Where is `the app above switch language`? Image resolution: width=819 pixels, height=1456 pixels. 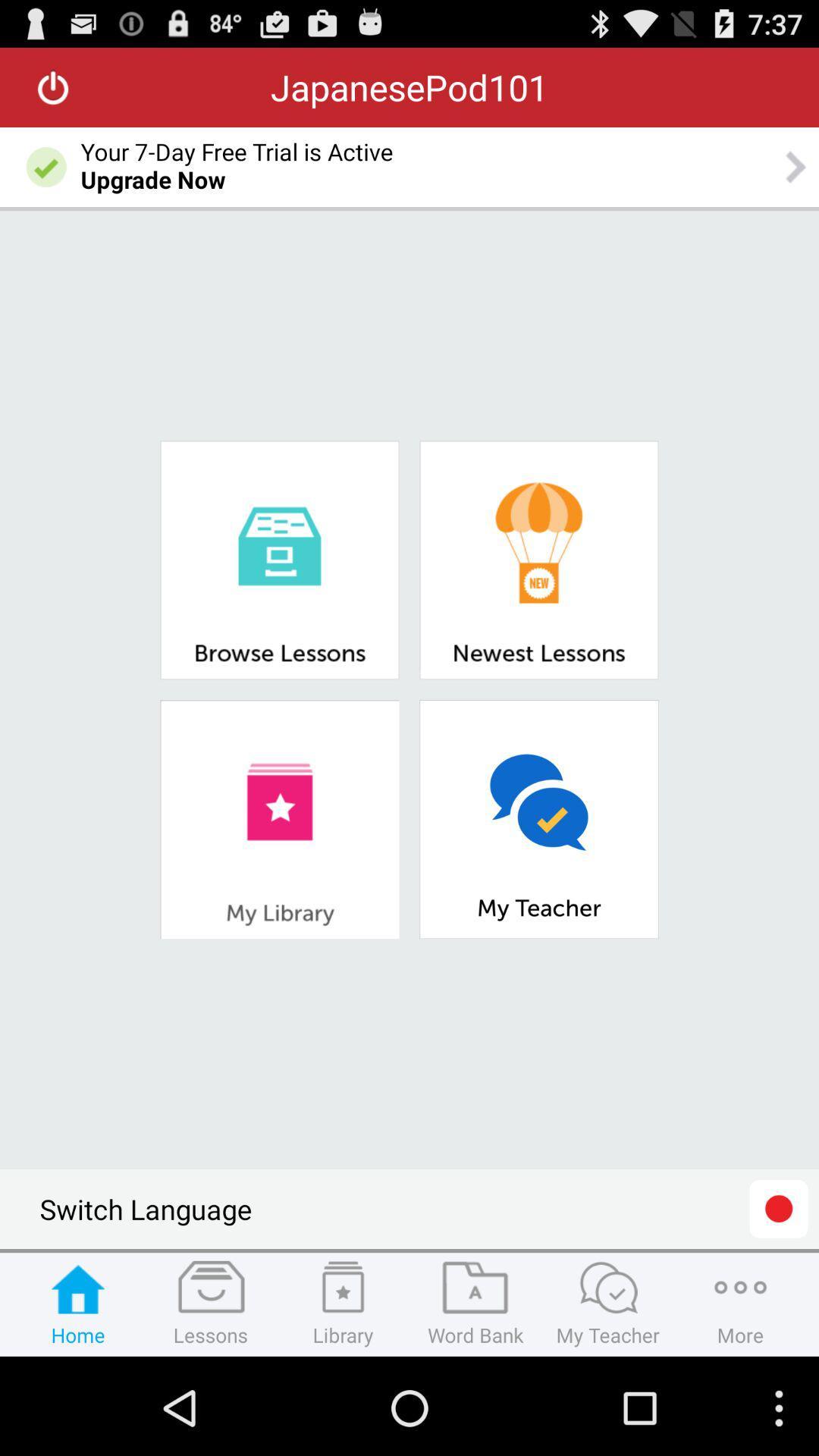
the app above switch language is located at coordinates (280, 818).